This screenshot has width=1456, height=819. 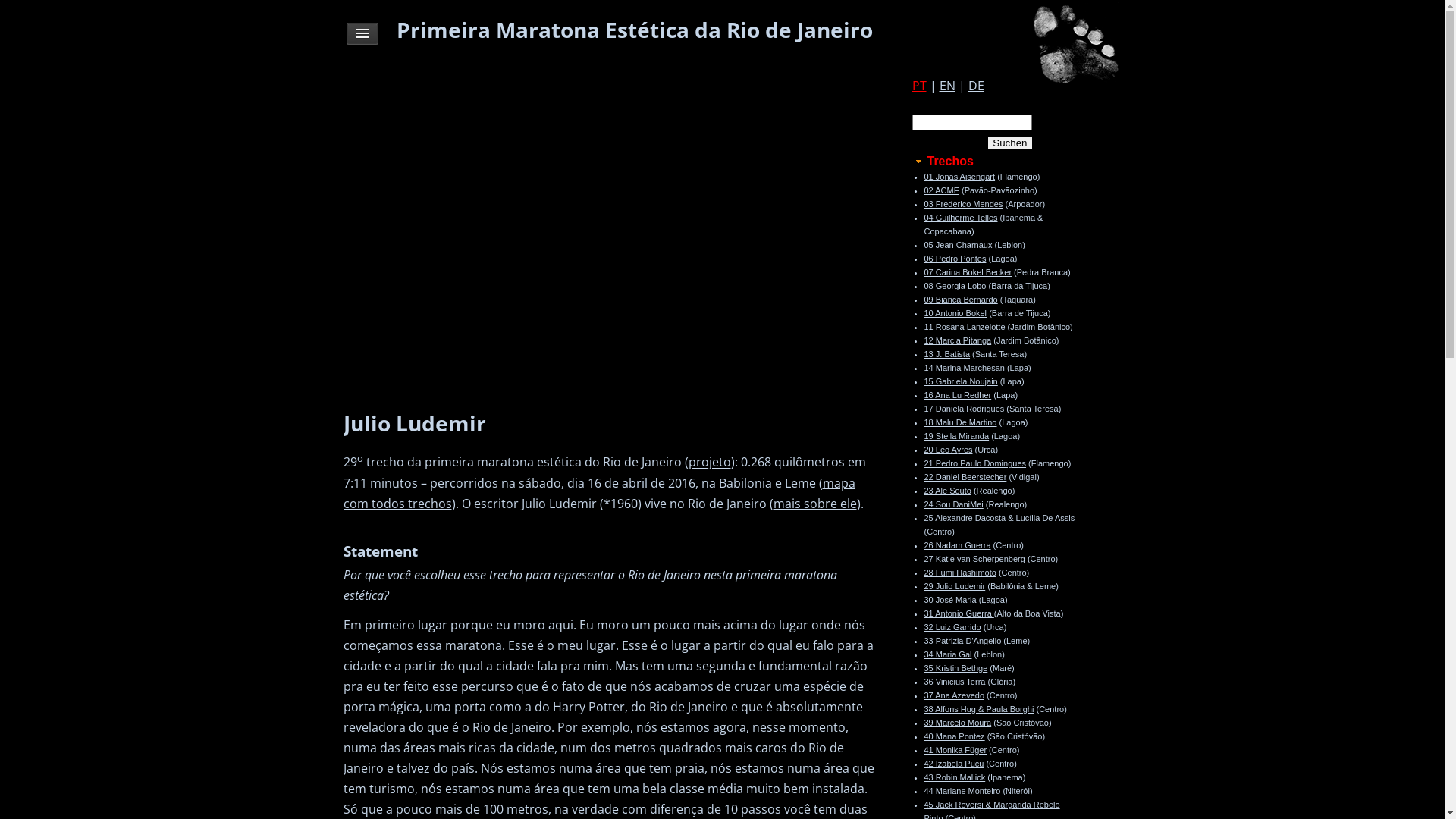 What do you see at coordinates (923, 544) in the screenshot?
I see `'26 Nadam Guerra'` at bounding box center [923, 544].